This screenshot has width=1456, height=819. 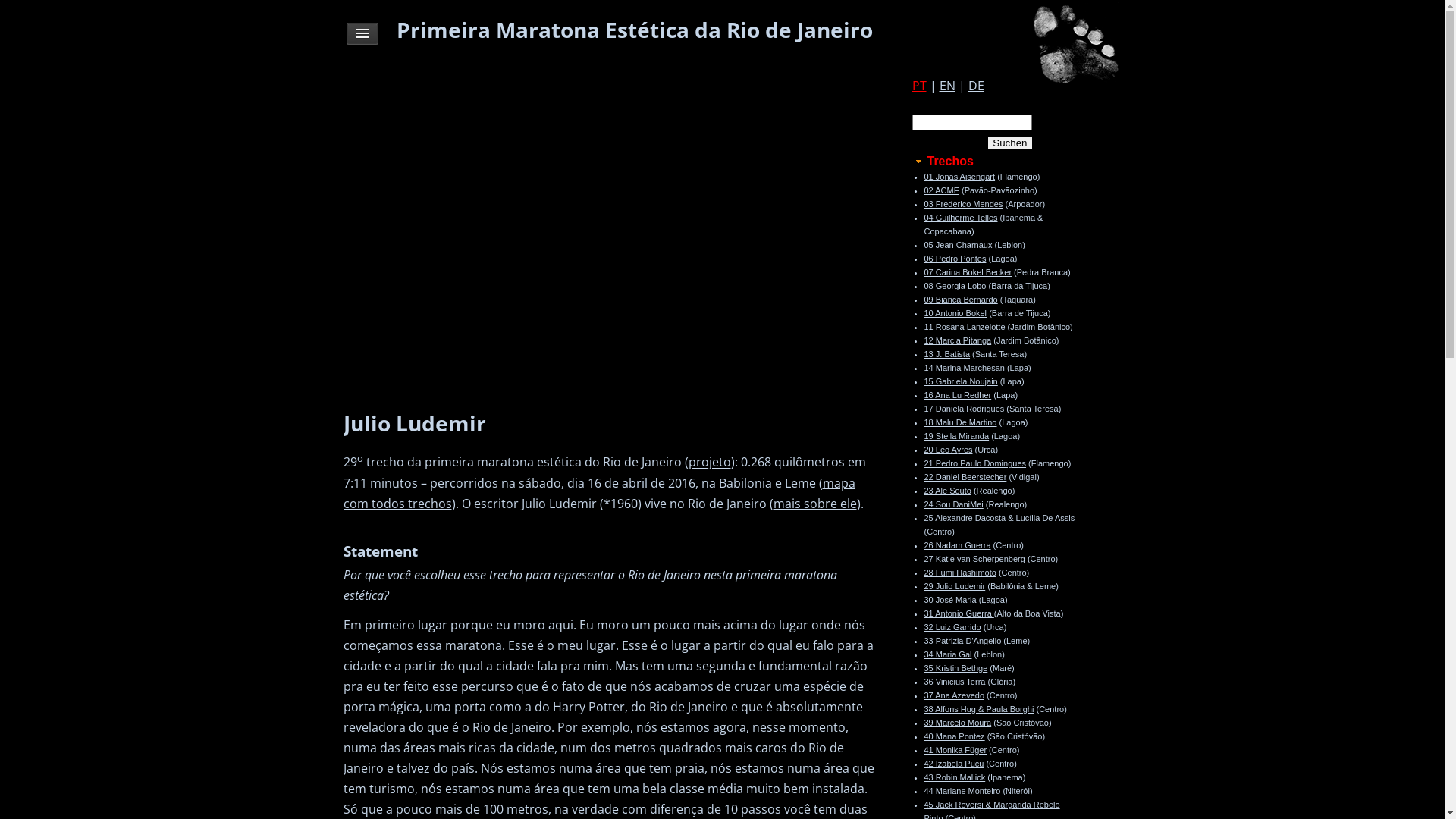 What do you see at coordinates (923, 544) in the screenshot?
I see `'26 Nadam Guerra'` at bounding box center [923, 544].